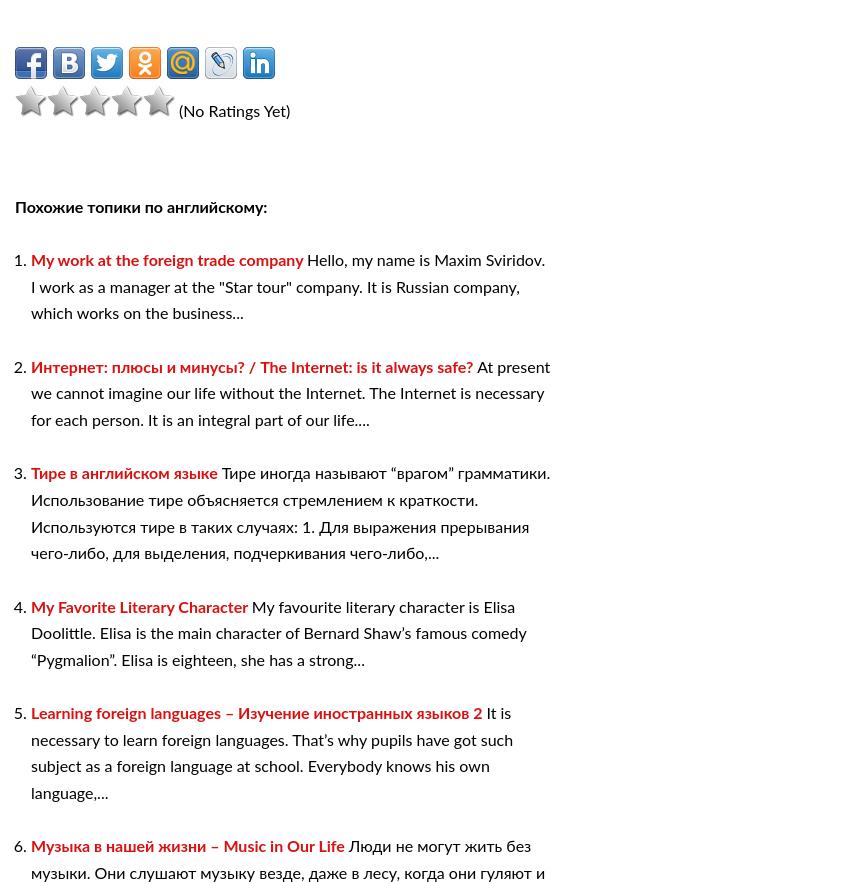 The height and width of the screenshot is (882, 850). I want to click on 'Learning foreign languages – Изучение иностранных языков 2', so click(257, 713).